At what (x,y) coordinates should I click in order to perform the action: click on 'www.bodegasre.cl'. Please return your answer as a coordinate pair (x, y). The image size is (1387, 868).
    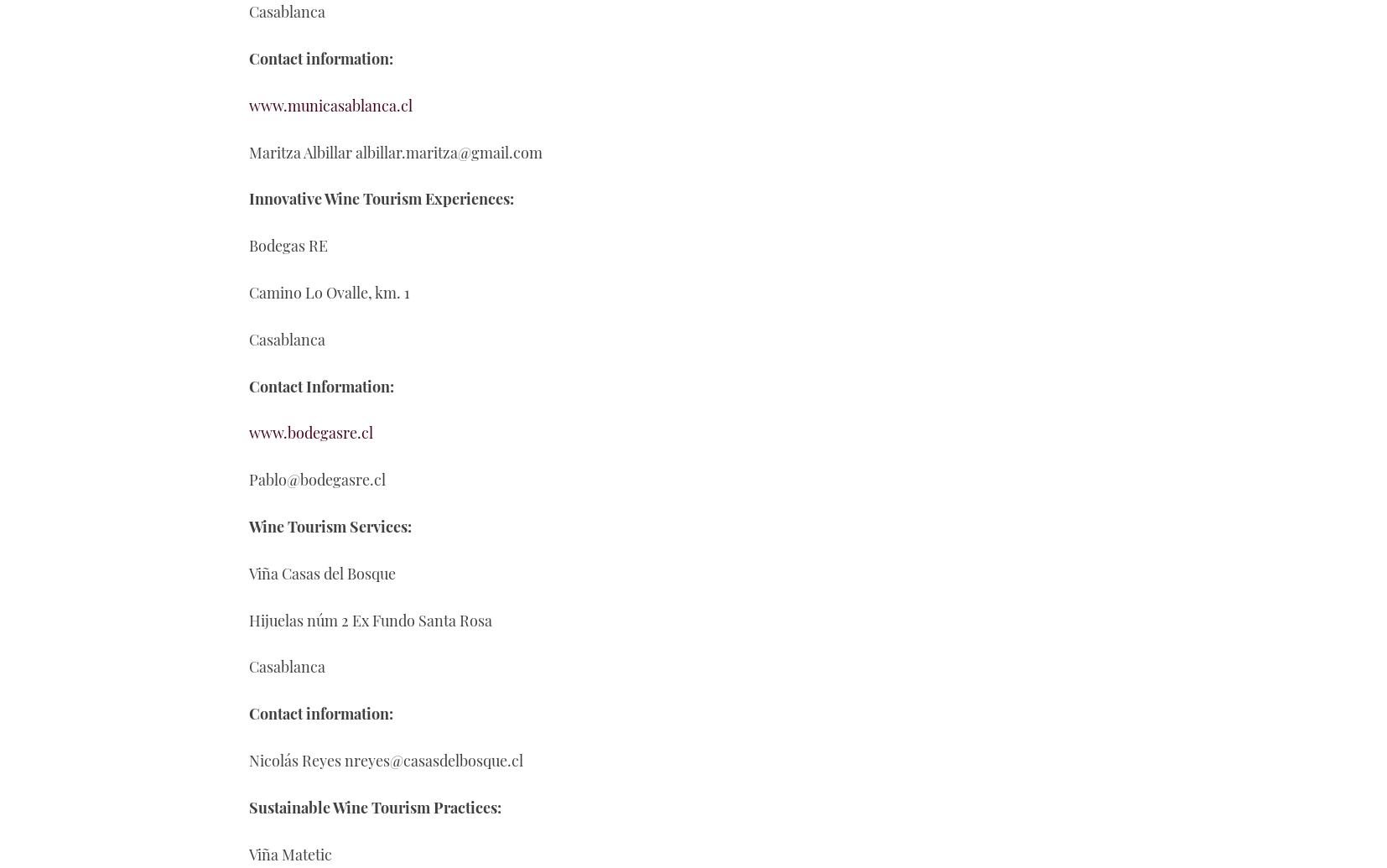
    Looking at the image, I should click on (309, 433).